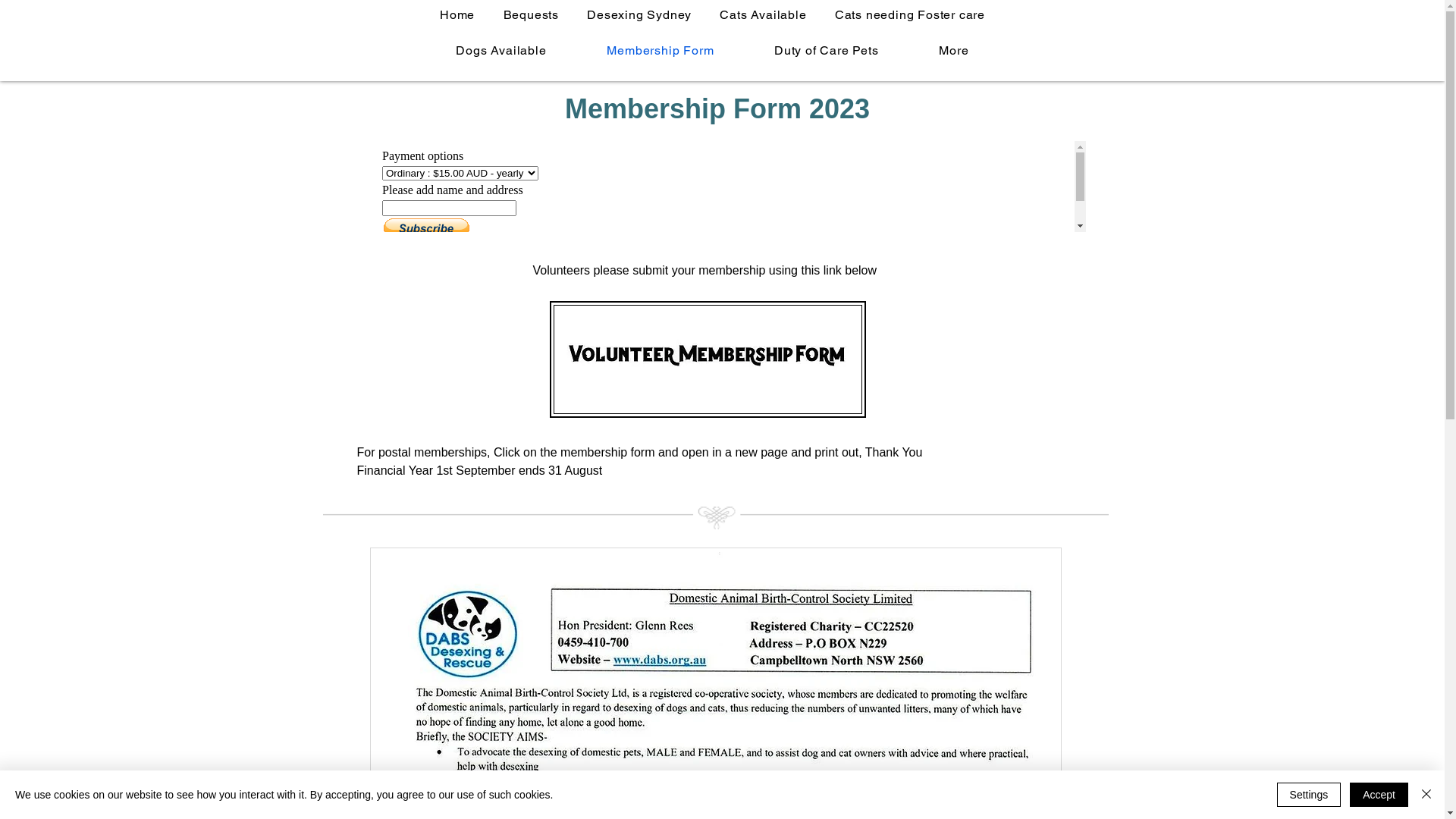 This screenshot has width=1456, height=819. Describe the element at coordinates (953, 49) in the screenshot. I see `'More'` at that location.